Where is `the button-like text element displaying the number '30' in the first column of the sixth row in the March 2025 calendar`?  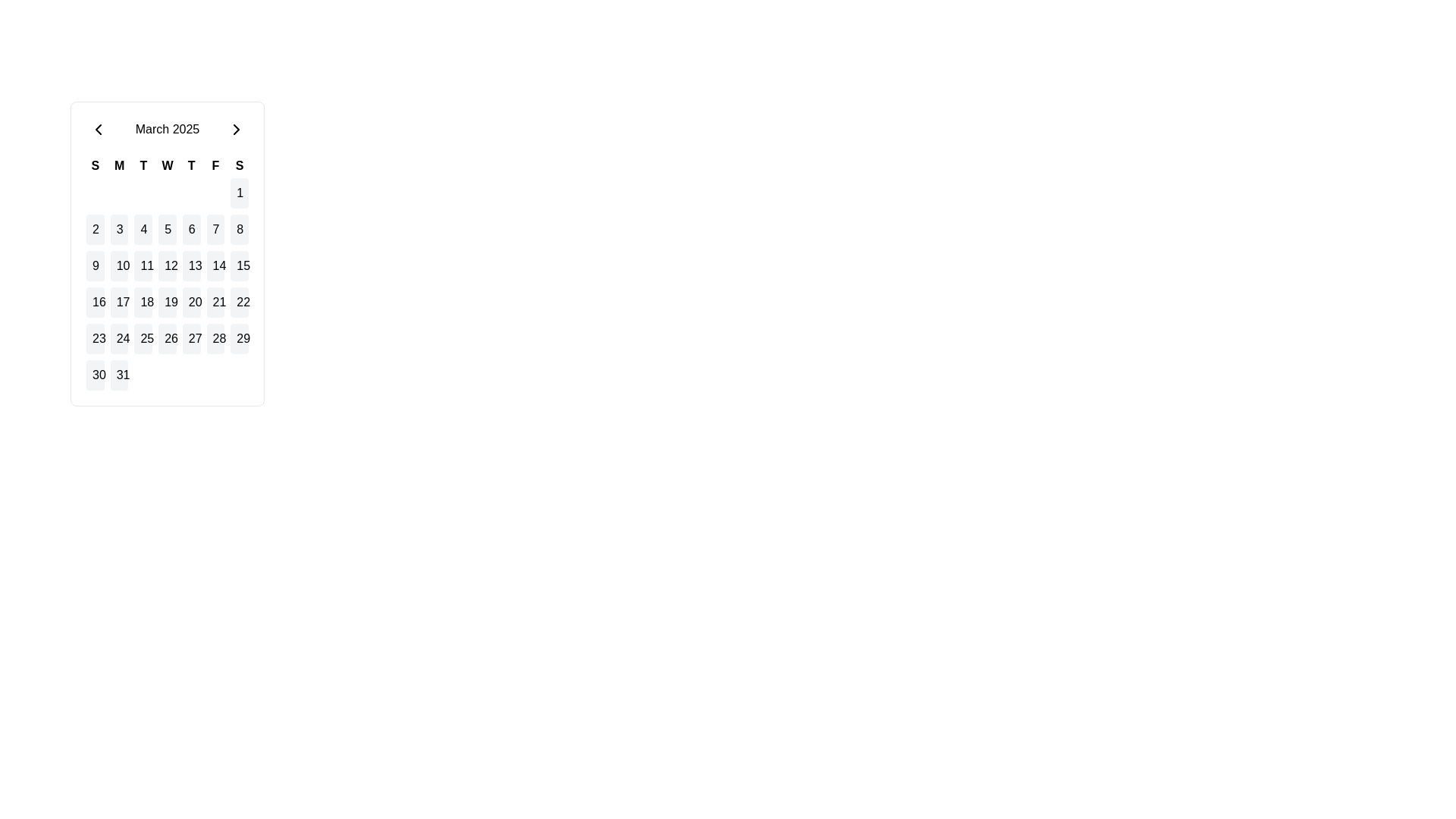
the button-like text element displaying the number '30' in the first column of the sixth row in the March 2025 calendar is located at coordinates (94, 375).